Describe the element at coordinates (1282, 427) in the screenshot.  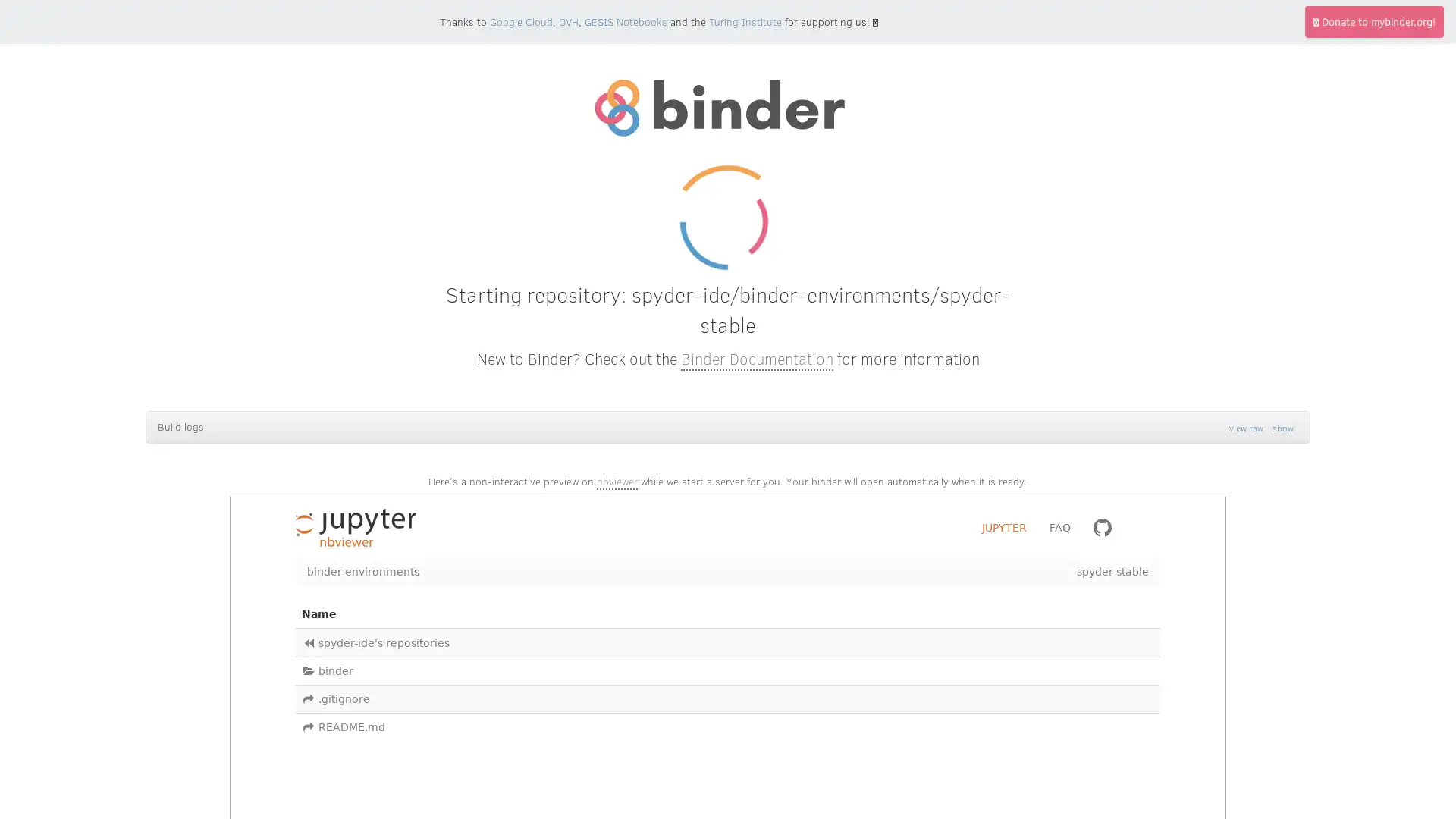
I see `show` at that location.